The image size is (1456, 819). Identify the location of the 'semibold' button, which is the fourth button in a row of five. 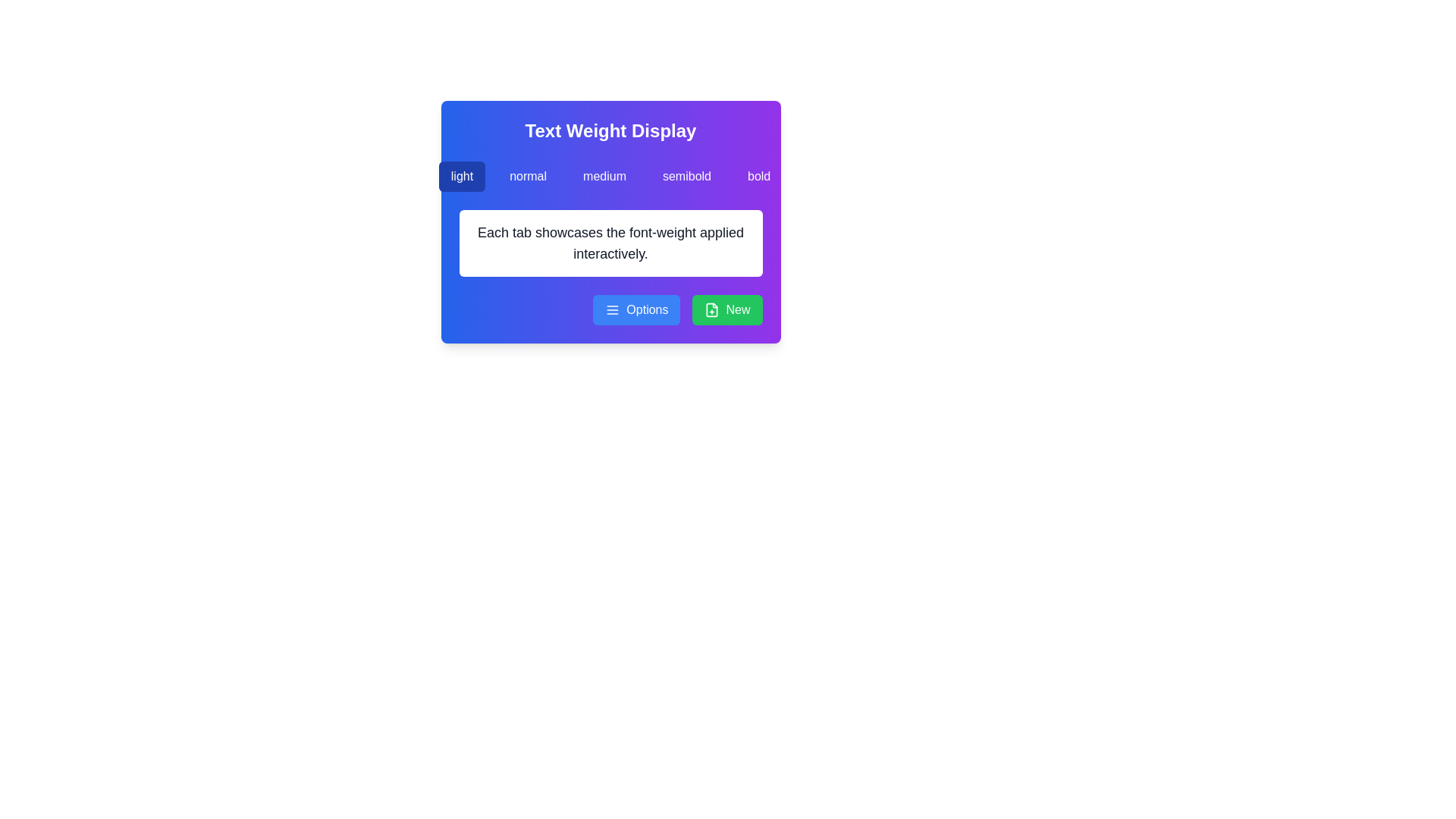
(686, 175).